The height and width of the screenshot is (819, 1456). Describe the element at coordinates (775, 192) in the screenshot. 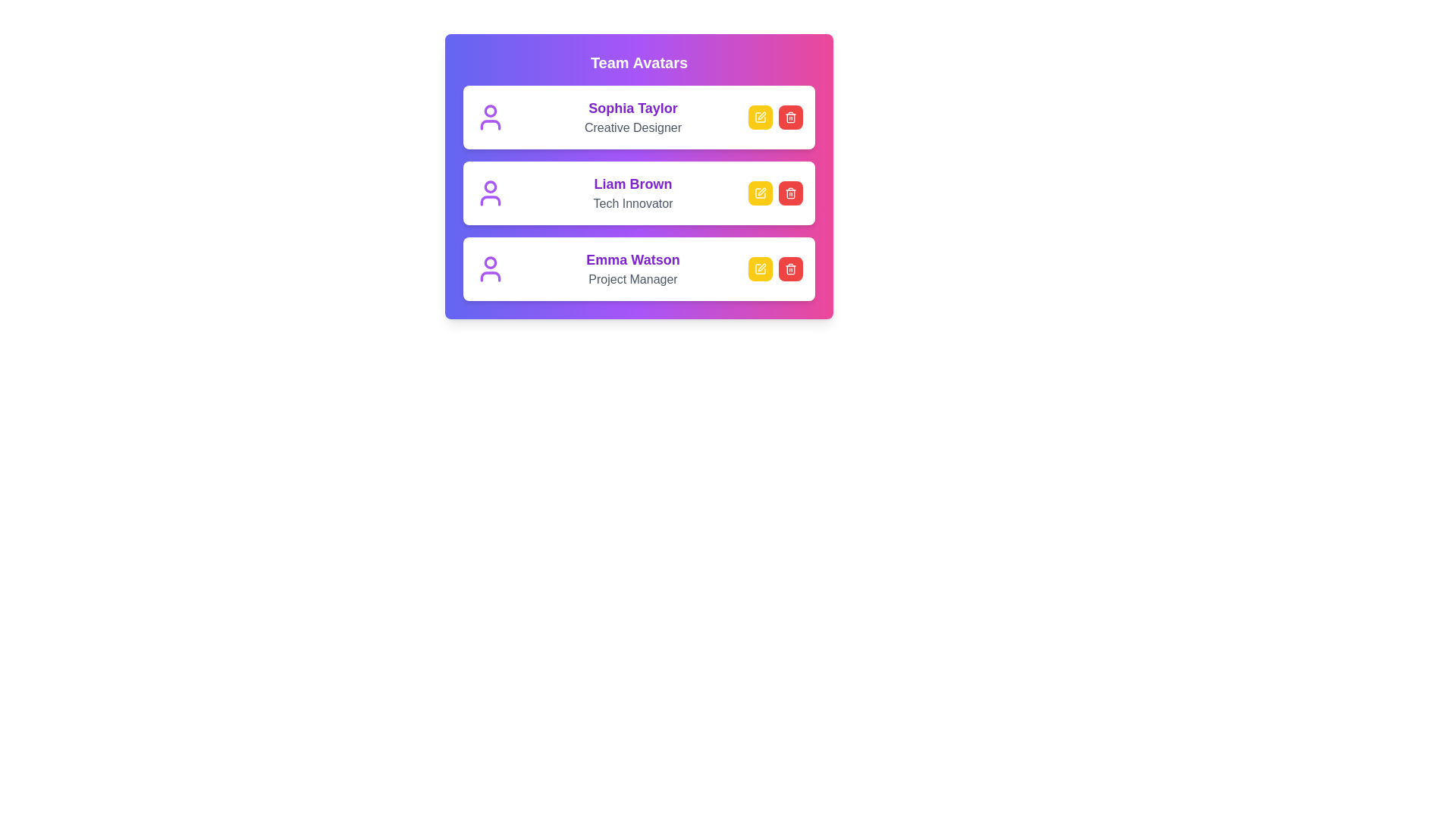

I see `the edit button in the 'Tech Innovator' section under 'Liam Brown' to initiate editing` at that location.